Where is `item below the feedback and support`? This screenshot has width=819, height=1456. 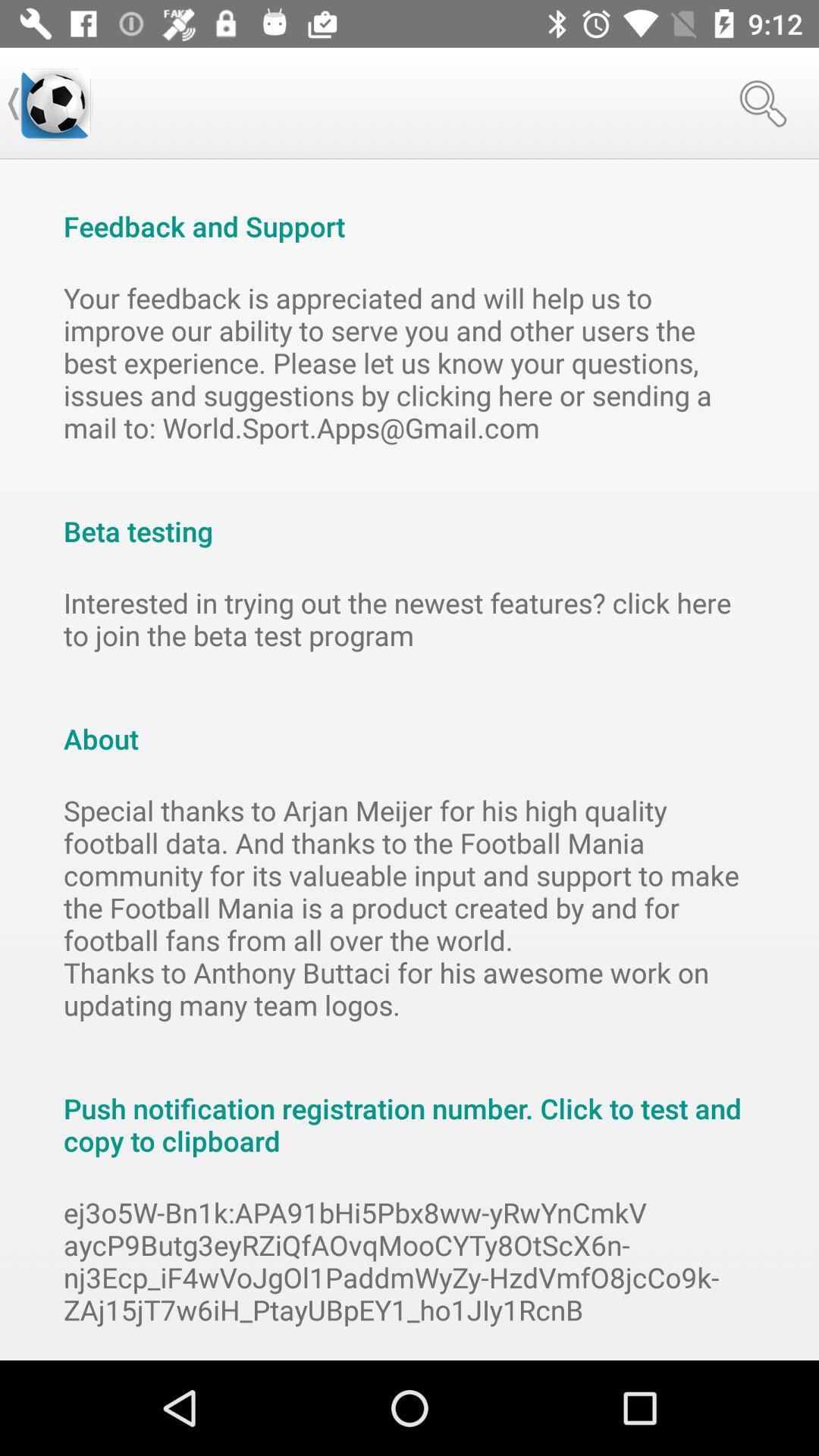
item below the feedback and support is located at coordinates (409, 362).